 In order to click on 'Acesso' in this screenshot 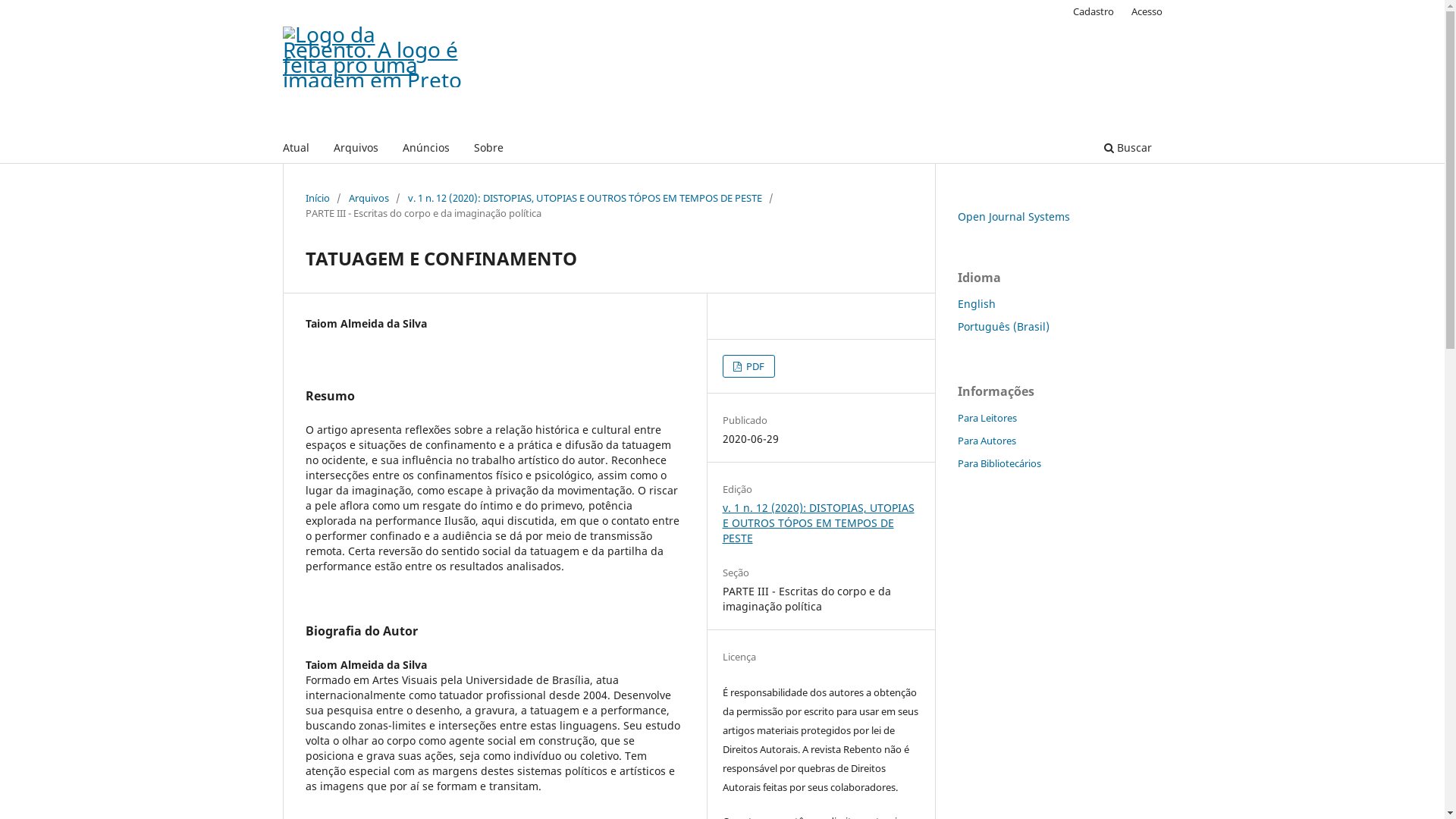, I will do `click(1124, 11)`.